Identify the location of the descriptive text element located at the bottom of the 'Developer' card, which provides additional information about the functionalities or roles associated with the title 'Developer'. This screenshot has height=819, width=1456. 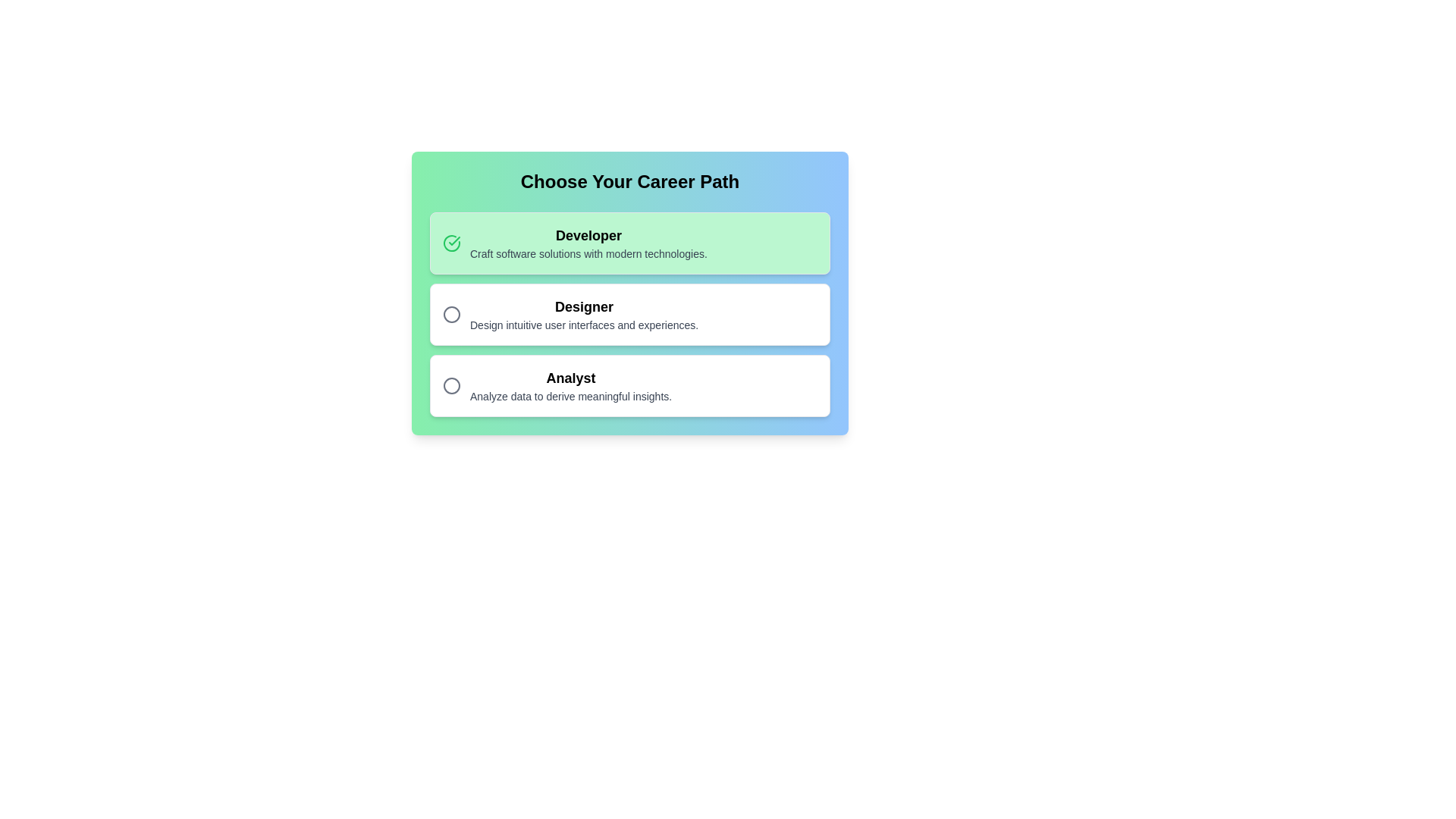
(588, 253).